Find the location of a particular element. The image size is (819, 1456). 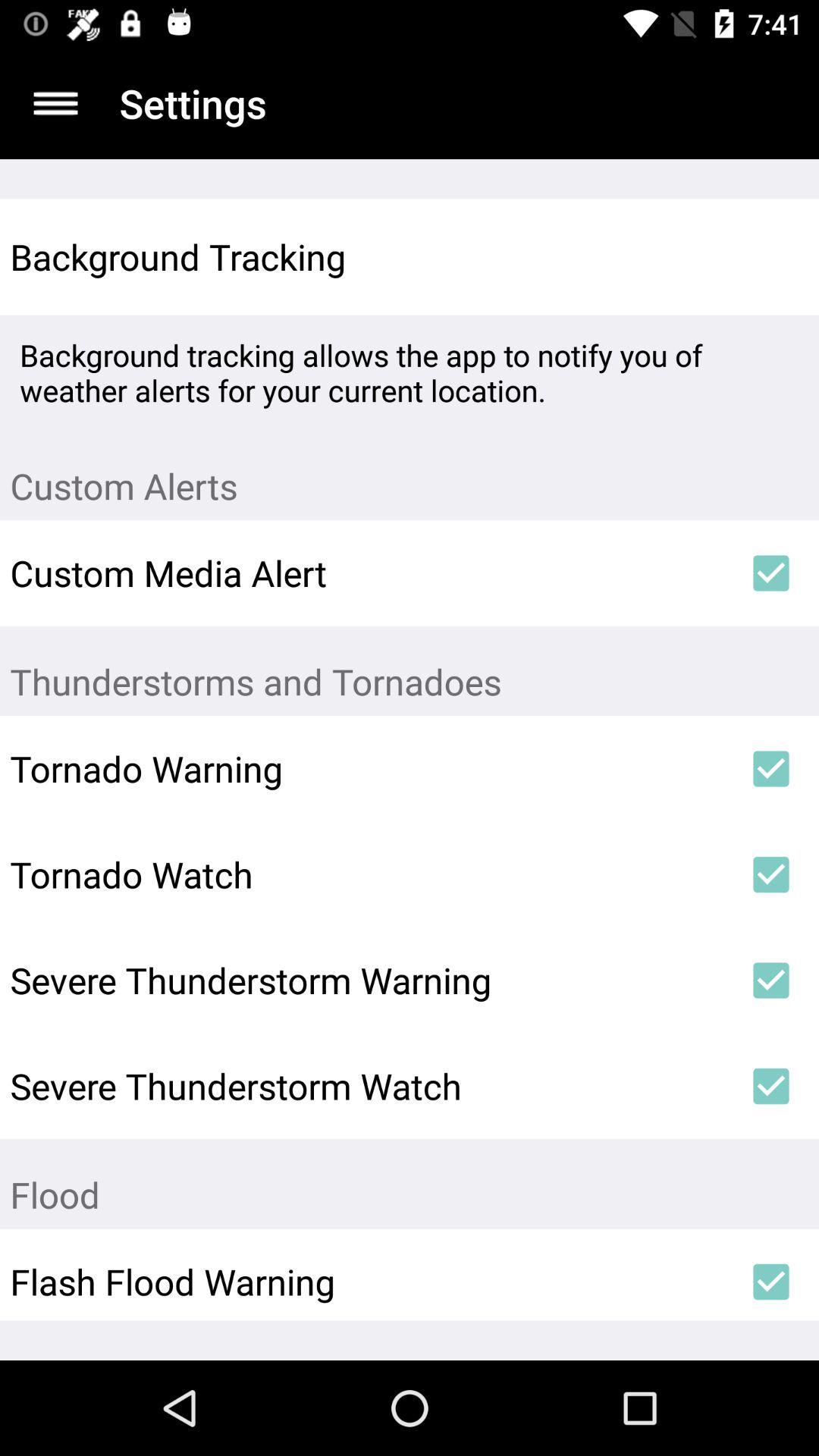

icon next to background tracking item is located at coordinates (771, 257).